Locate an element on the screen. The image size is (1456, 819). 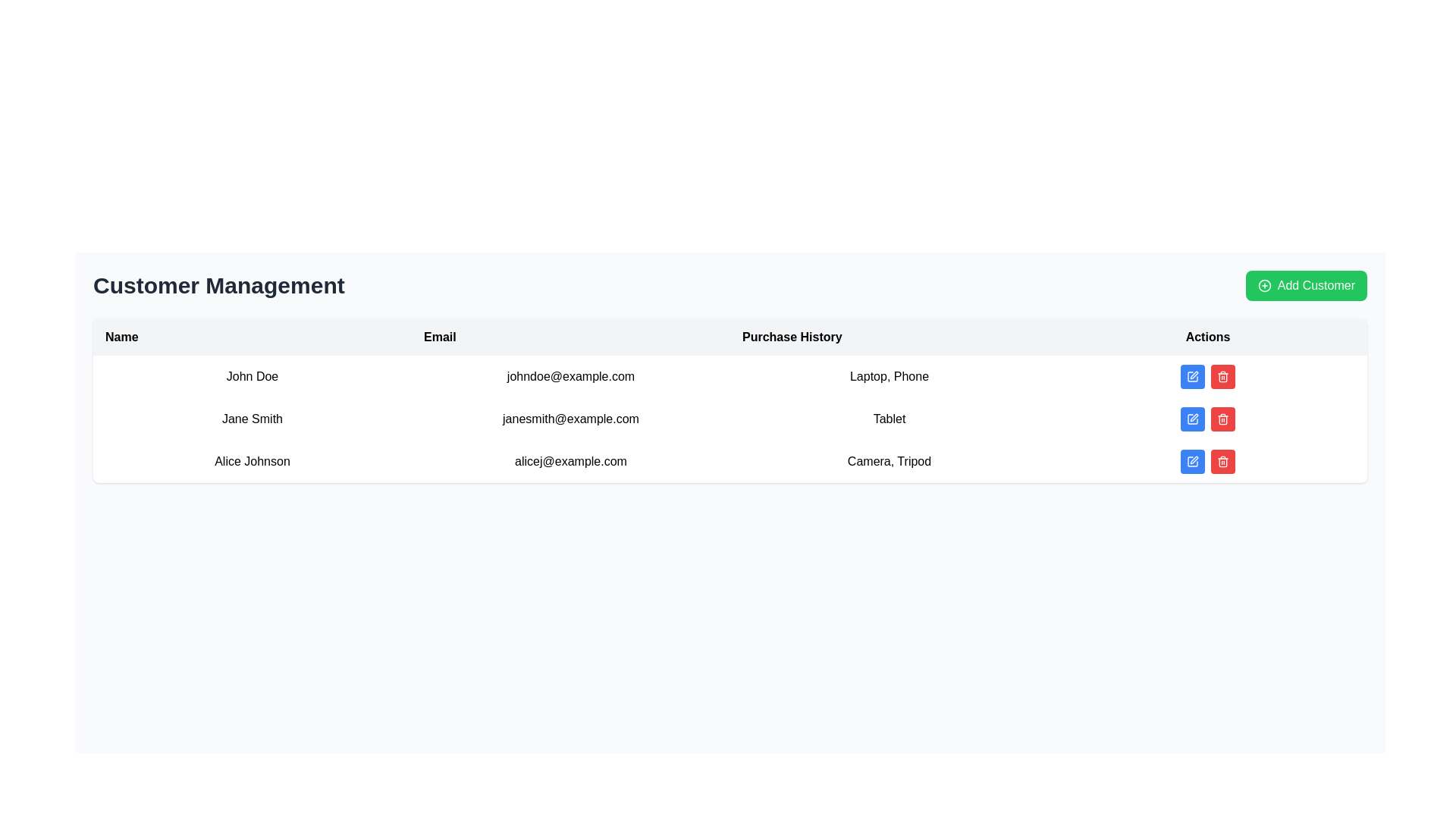
the delete button located in the 'Actions' column of the third row in the customer data table is located at coordinates (1222, 461).